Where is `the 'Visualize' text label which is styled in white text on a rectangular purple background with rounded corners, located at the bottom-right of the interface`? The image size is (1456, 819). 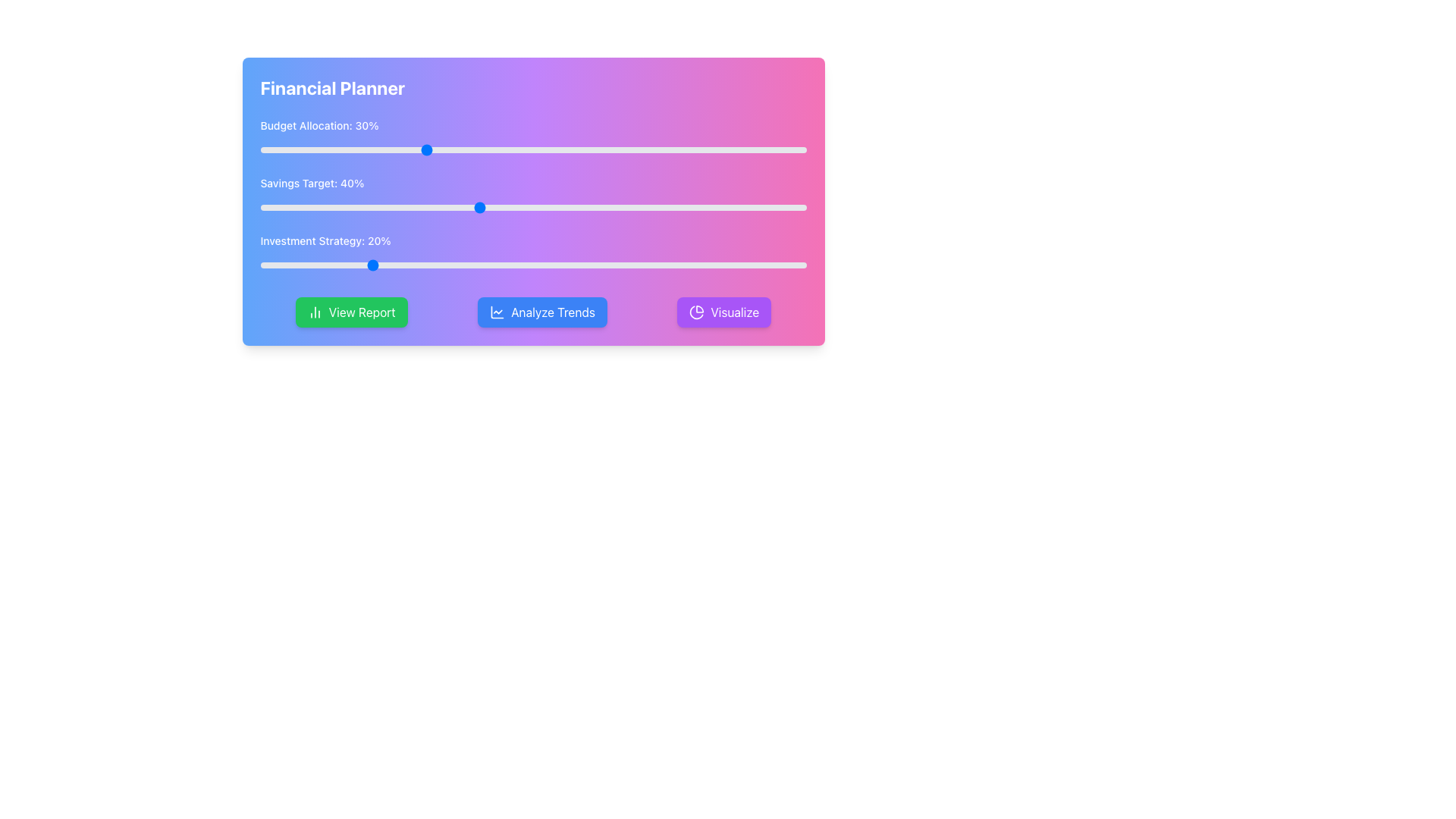 the 'Visualize' text label which is styled in white text on a rectangular purple background with rounded corners, located at the bottom-right of the interface is located at coordinates (735, 312).